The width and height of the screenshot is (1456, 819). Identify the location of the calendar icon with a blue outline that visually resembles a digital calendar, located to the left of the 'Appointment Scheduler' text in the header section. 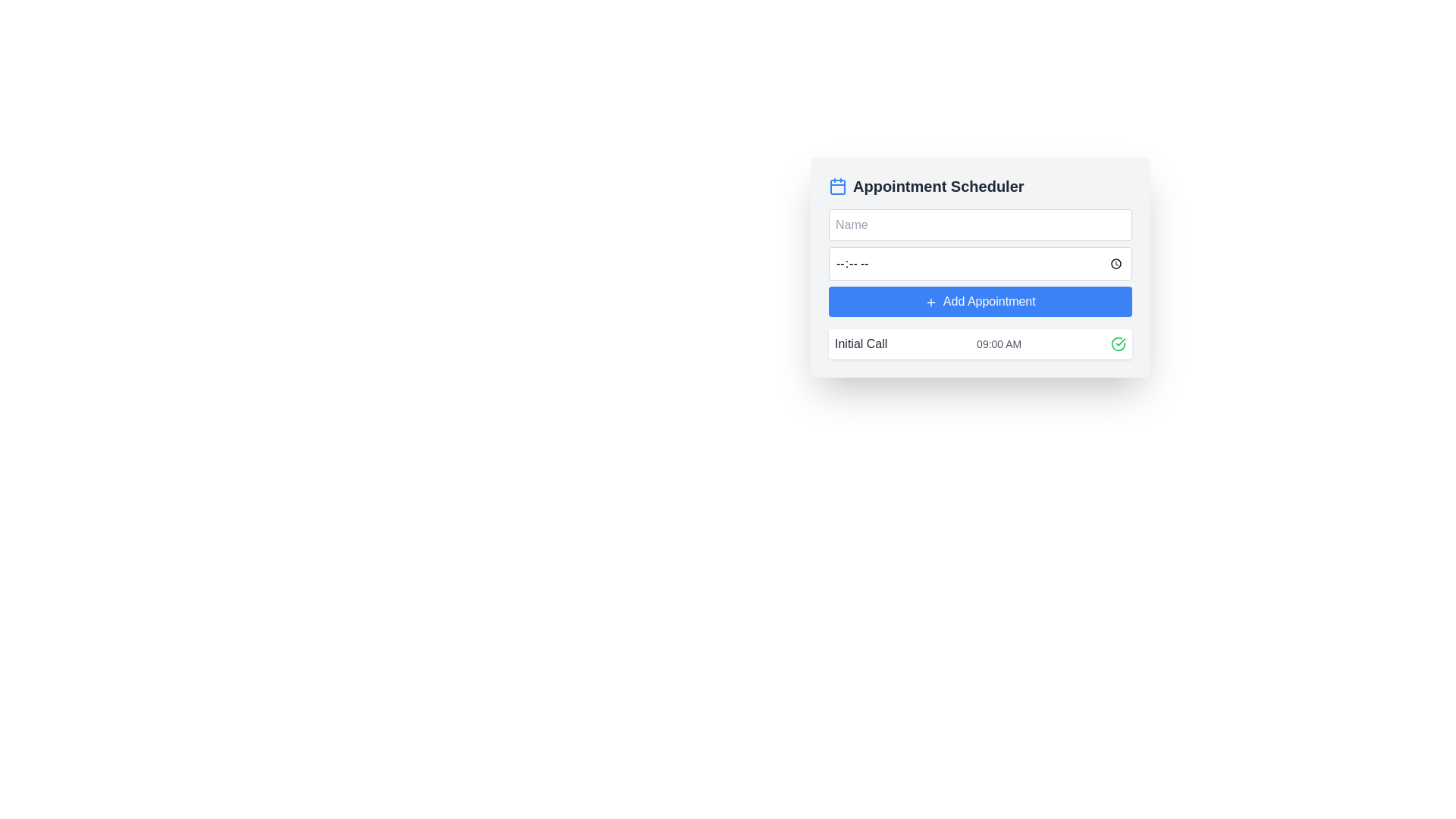
(836, 186).